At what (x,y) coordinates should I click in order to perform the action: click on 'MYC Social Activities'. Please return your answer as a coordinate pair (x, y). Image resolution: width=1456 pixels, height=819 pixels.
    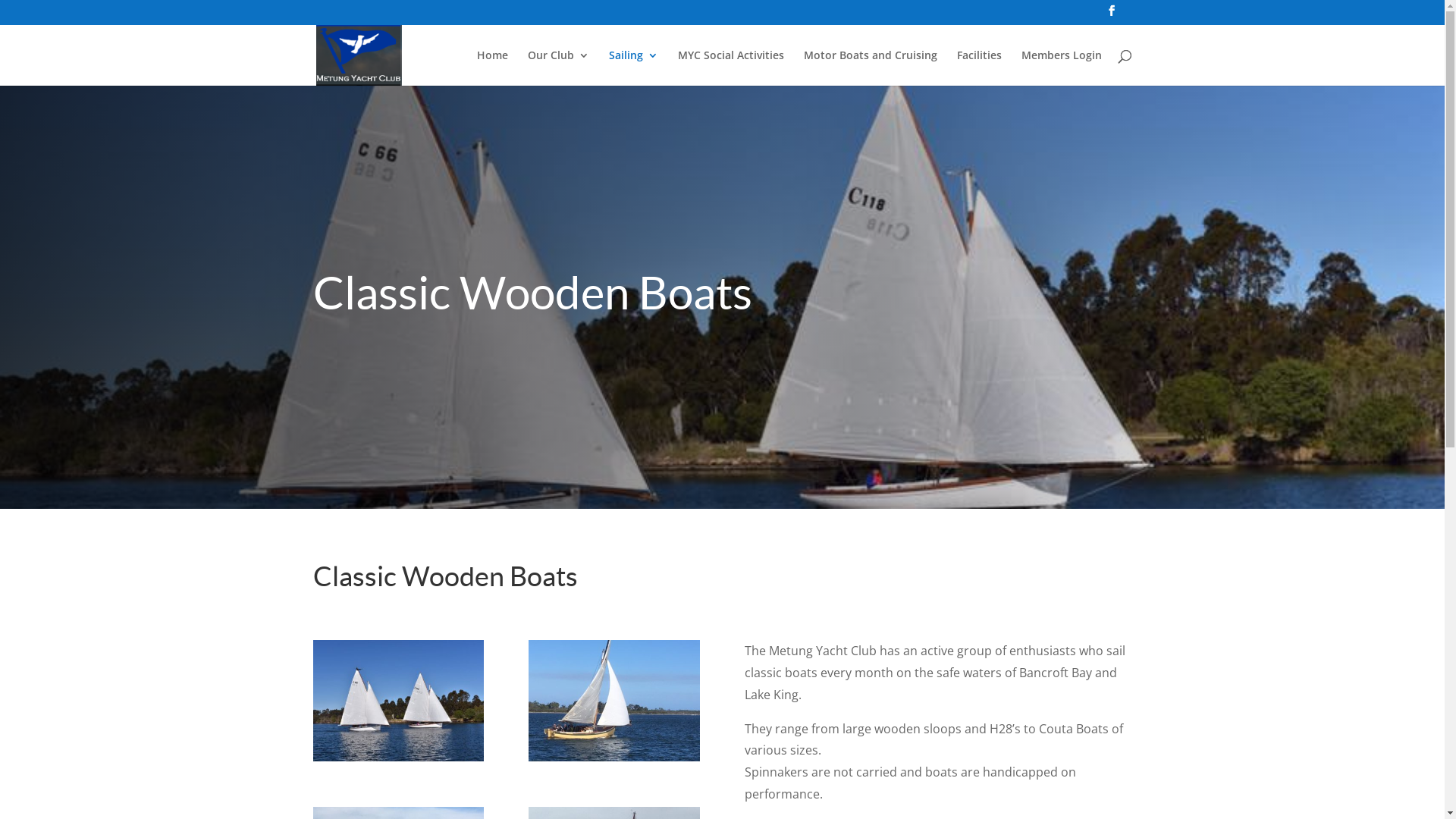
    Looking at the image, I should click on (676, 67).